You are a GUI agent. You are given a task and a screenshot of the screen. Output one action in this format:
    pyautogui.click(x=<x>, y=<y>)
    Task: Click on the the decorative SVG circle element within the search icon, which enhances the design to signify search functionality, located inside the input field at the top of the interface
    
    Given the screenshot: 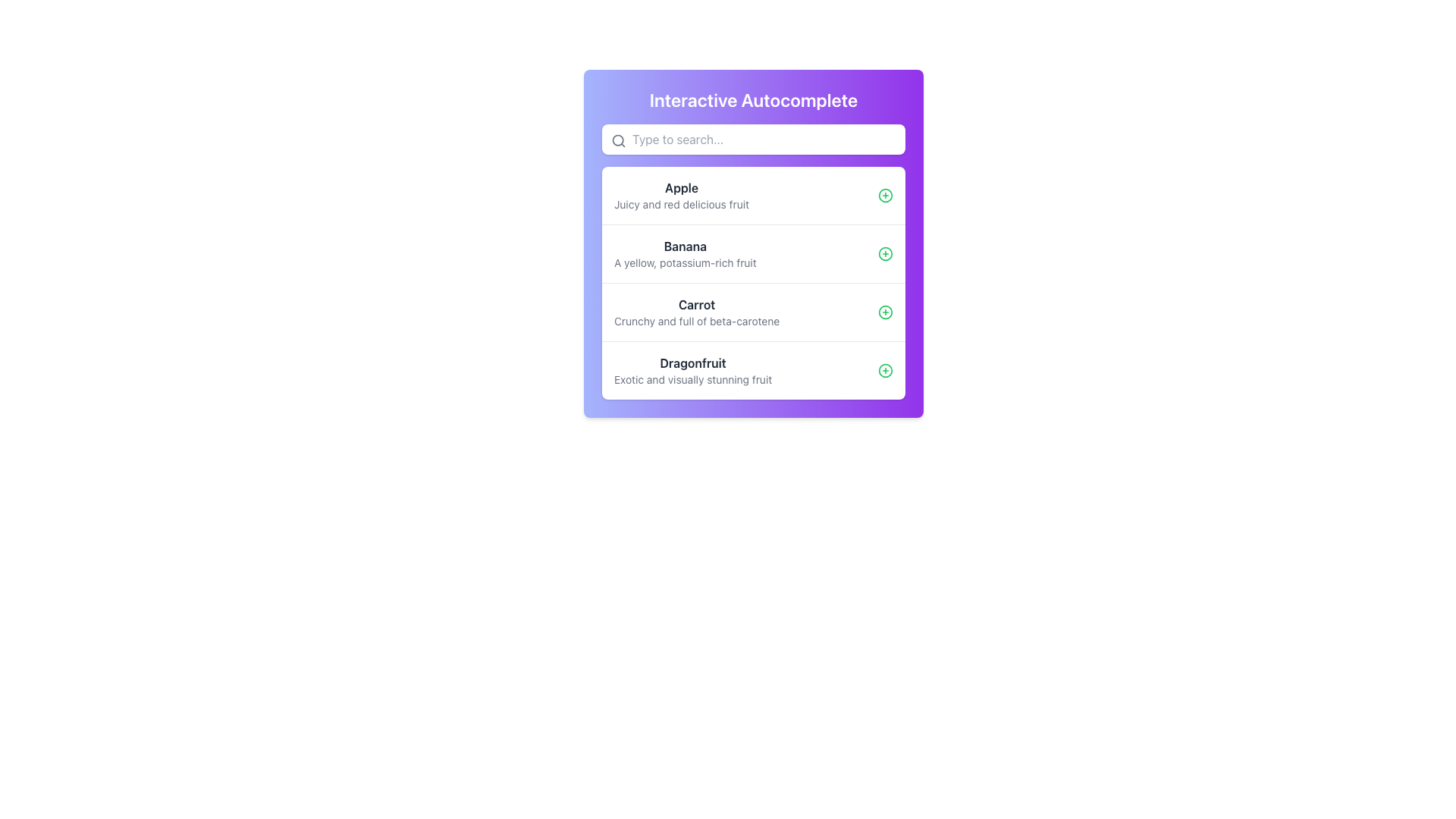 What is the action you would take?
    pyautogui.click(x=618, y=140)
    